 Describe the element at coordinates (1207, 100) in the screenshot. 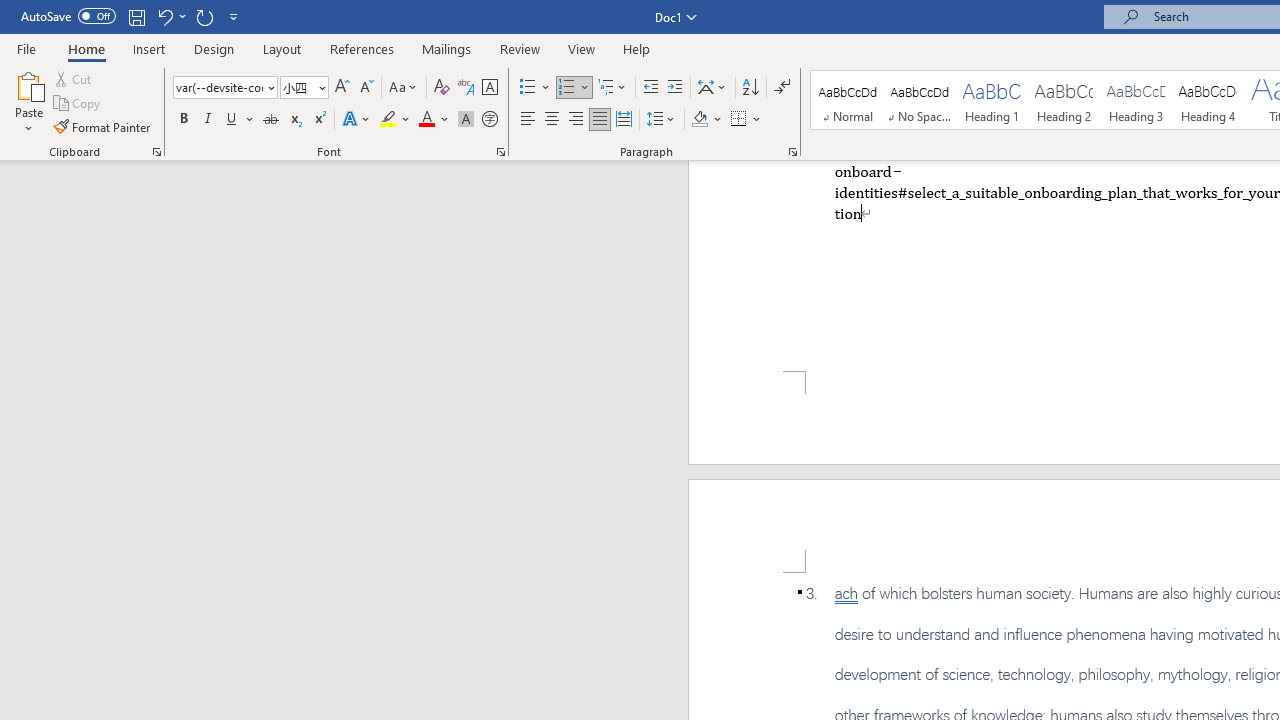

I see `'Heading 4'` at that location.